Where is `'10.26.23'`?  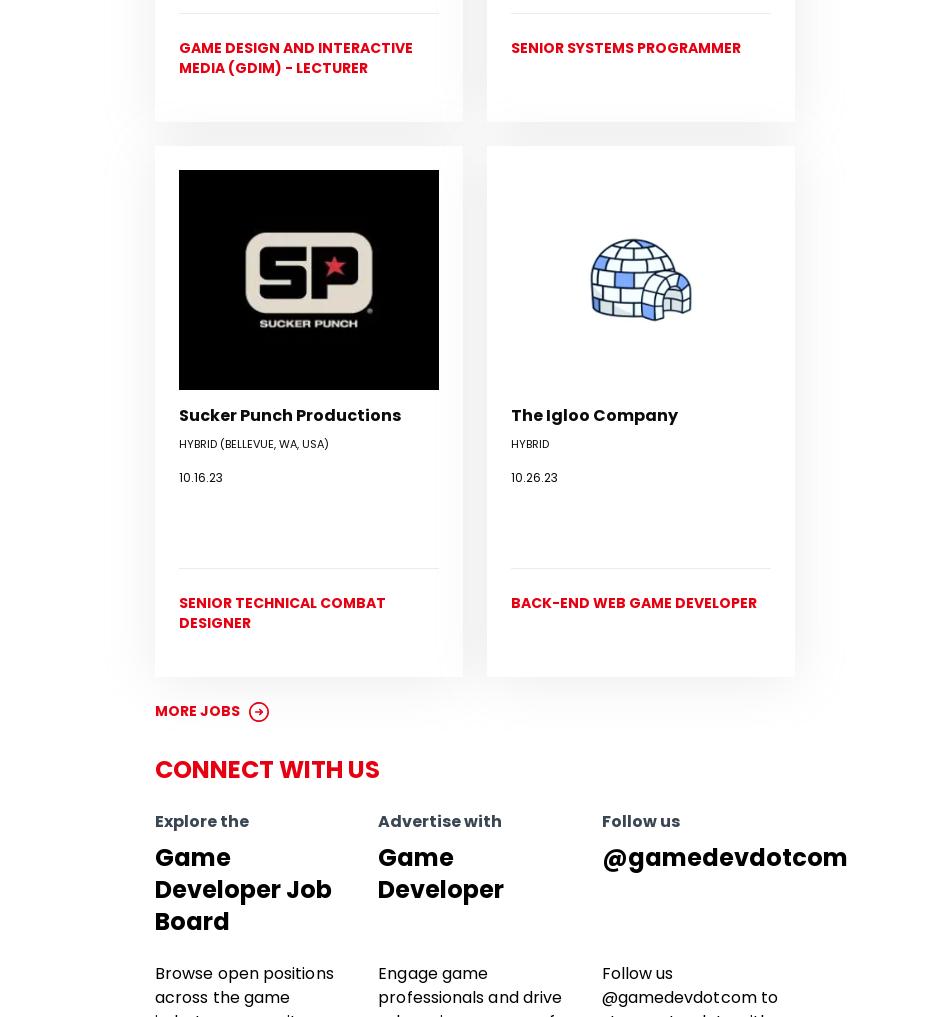
'10.26.23' is located at coordinates (534, 475).